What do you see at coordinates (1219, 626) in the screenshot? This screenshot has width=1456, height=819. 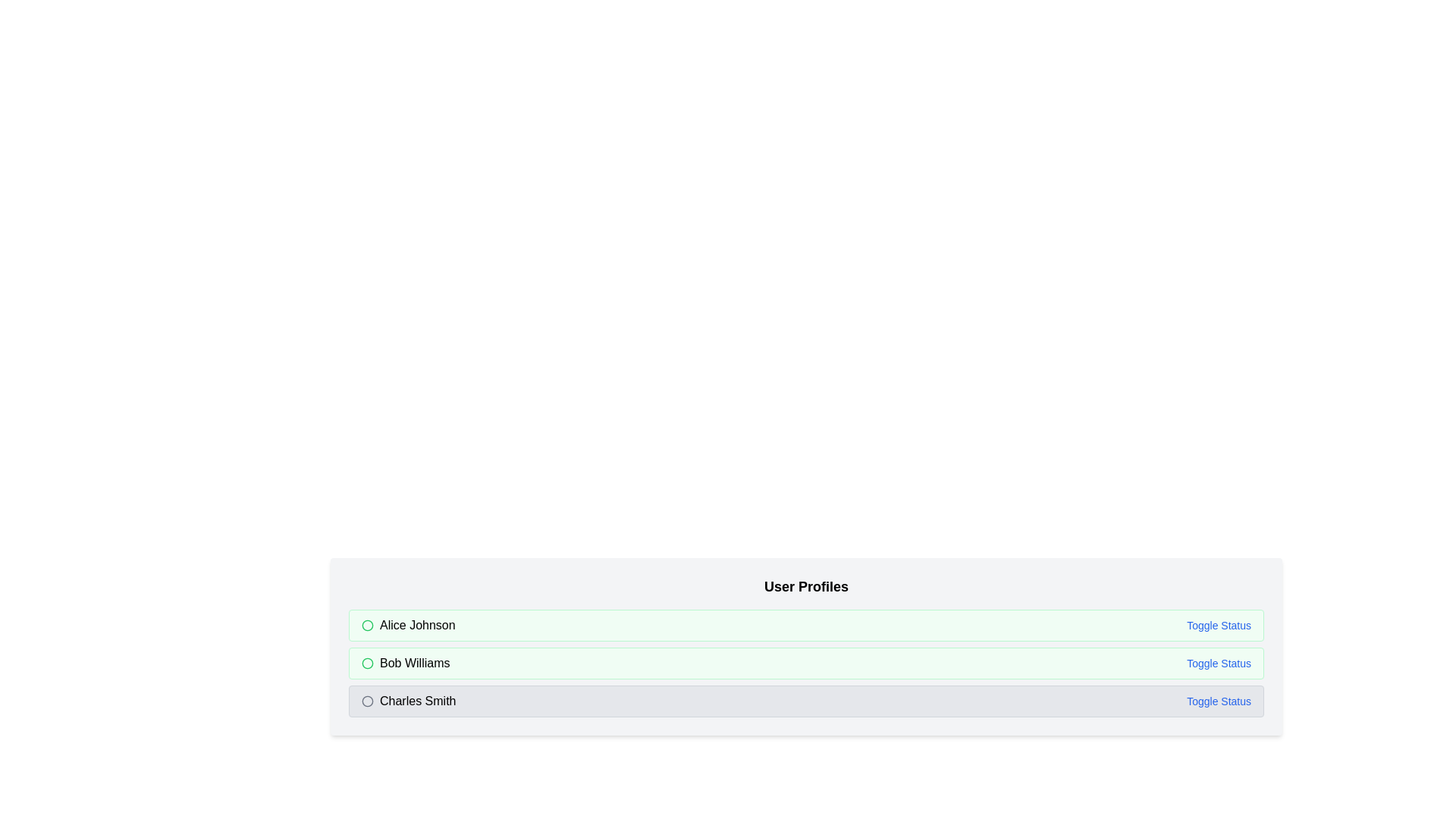 I see `the hyperlink element that serves as a toggle for the status related to 'Alice Johnson' to trigger the underline effect` at bounding box center [1219, 626].